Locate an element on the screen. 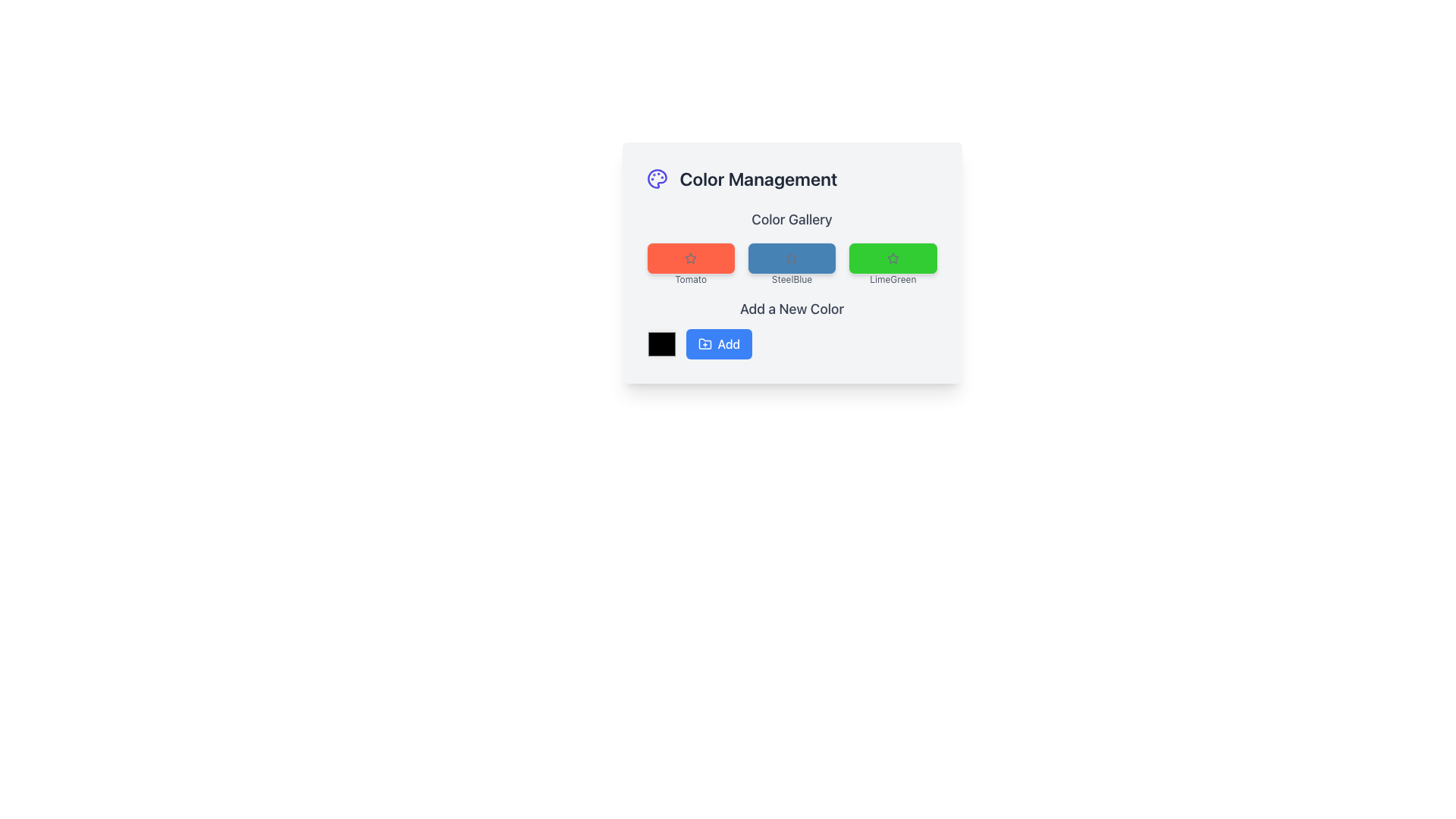 The image size is (1456, 819). the rectangular Tomato button with a star icon, located in the Color Gallery section is located at coordinates (690, 257).